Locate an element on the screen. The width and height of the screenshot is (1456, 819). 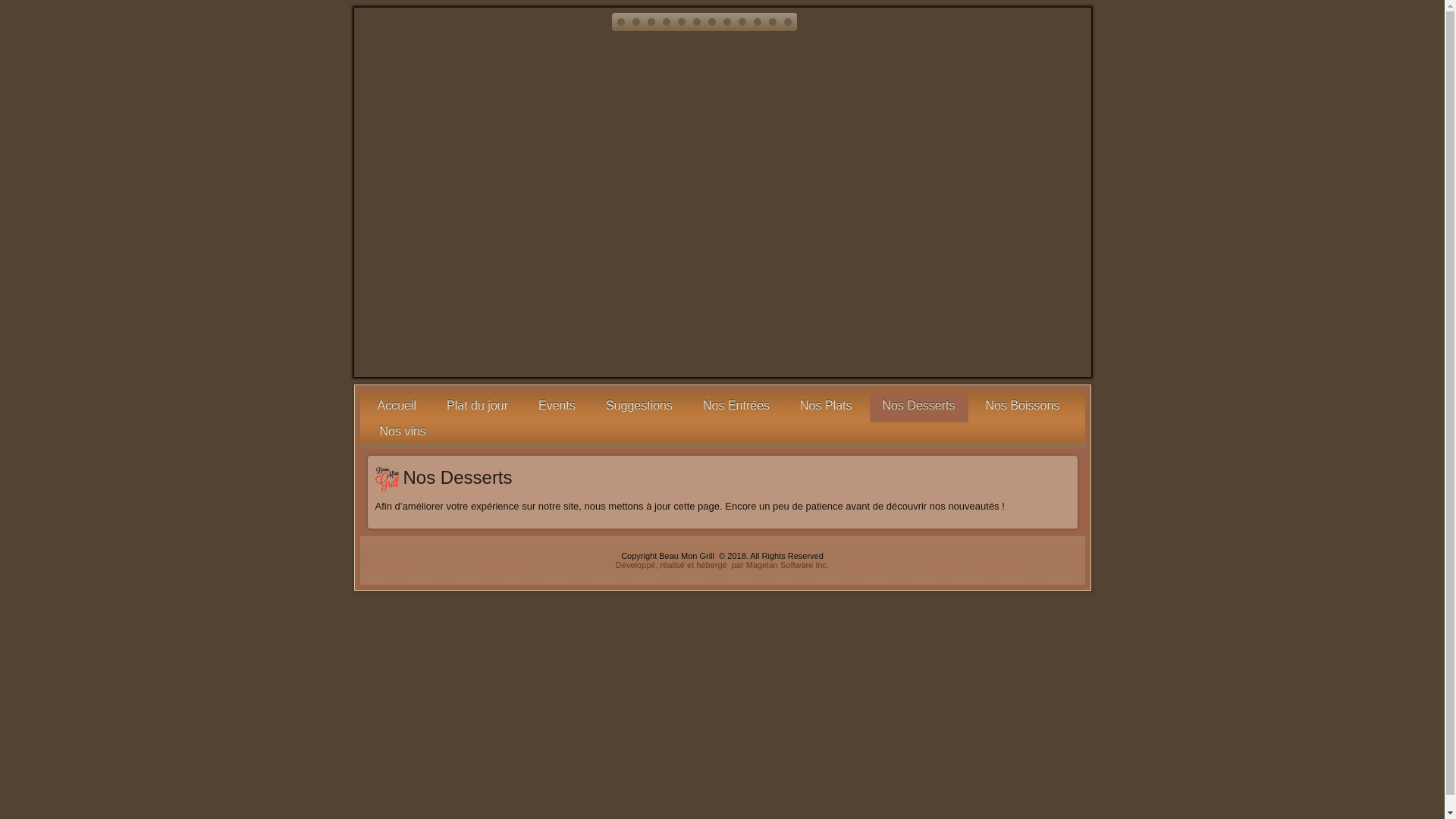
'Nos vins' is located at coordinates (403, 431).